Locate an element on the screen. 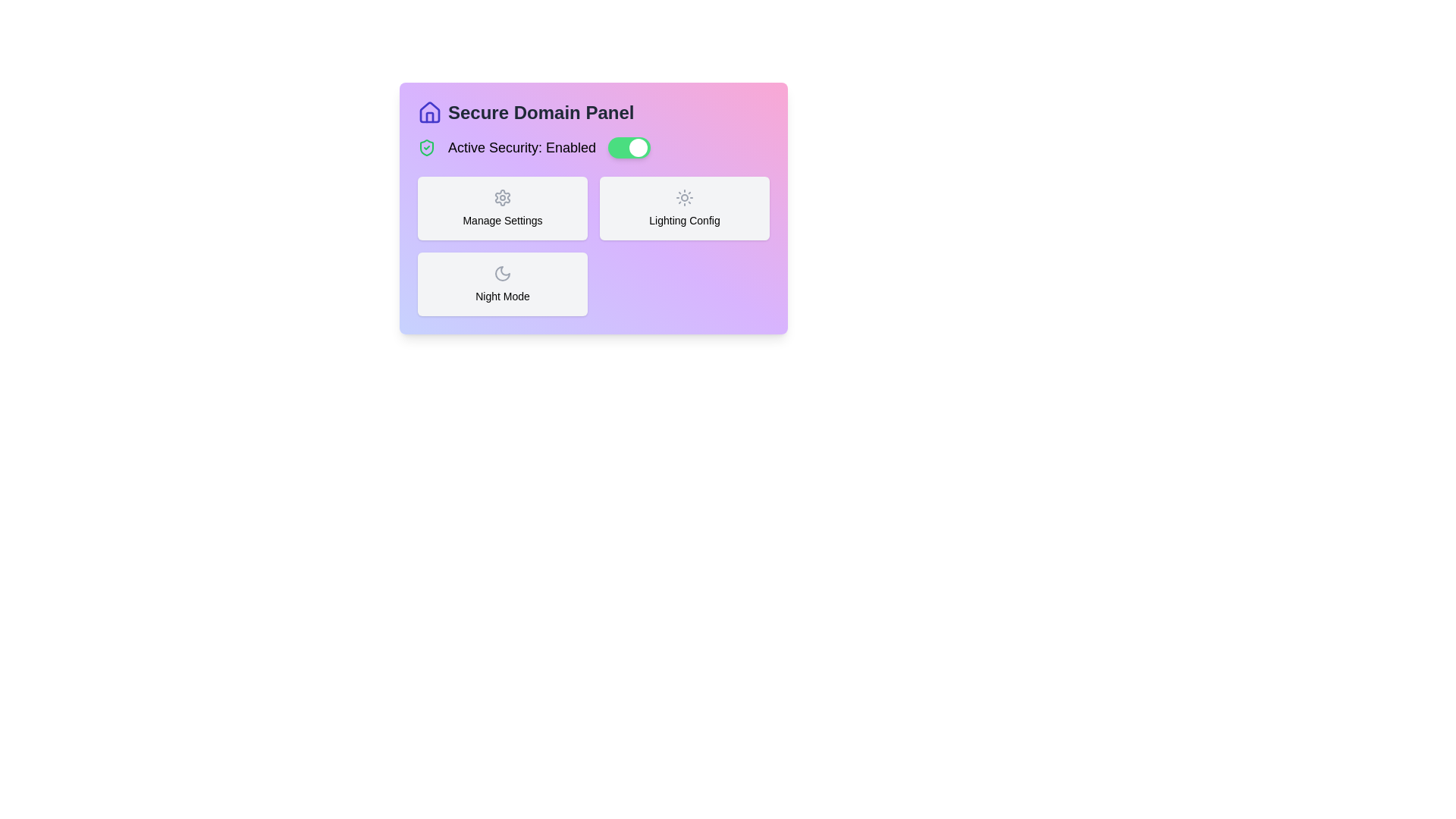 The width and height of the screenshot is (1456, 819). the crescent moon icon within the 'Night Mode' button located in the bottom-left quadrant of the primary control panel interface is located at coordinates (502, 274).